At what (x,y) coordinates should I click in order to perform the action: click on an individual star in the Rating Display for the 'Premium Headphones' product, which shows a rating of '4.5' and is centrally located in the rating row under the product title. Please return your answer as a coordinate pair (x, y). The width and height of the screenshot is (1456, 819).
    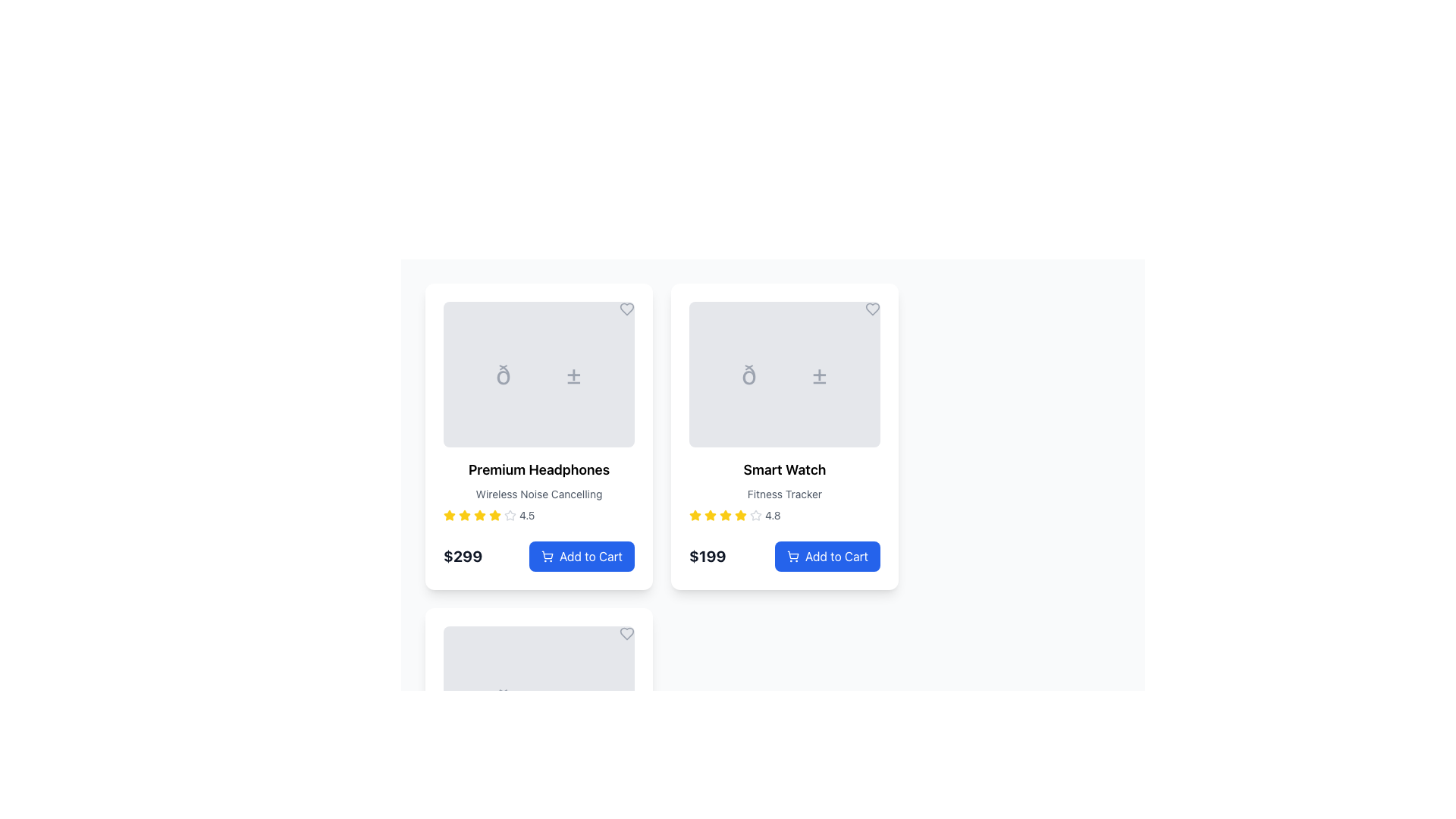
    Looking at the image, I should click on (538, 514).